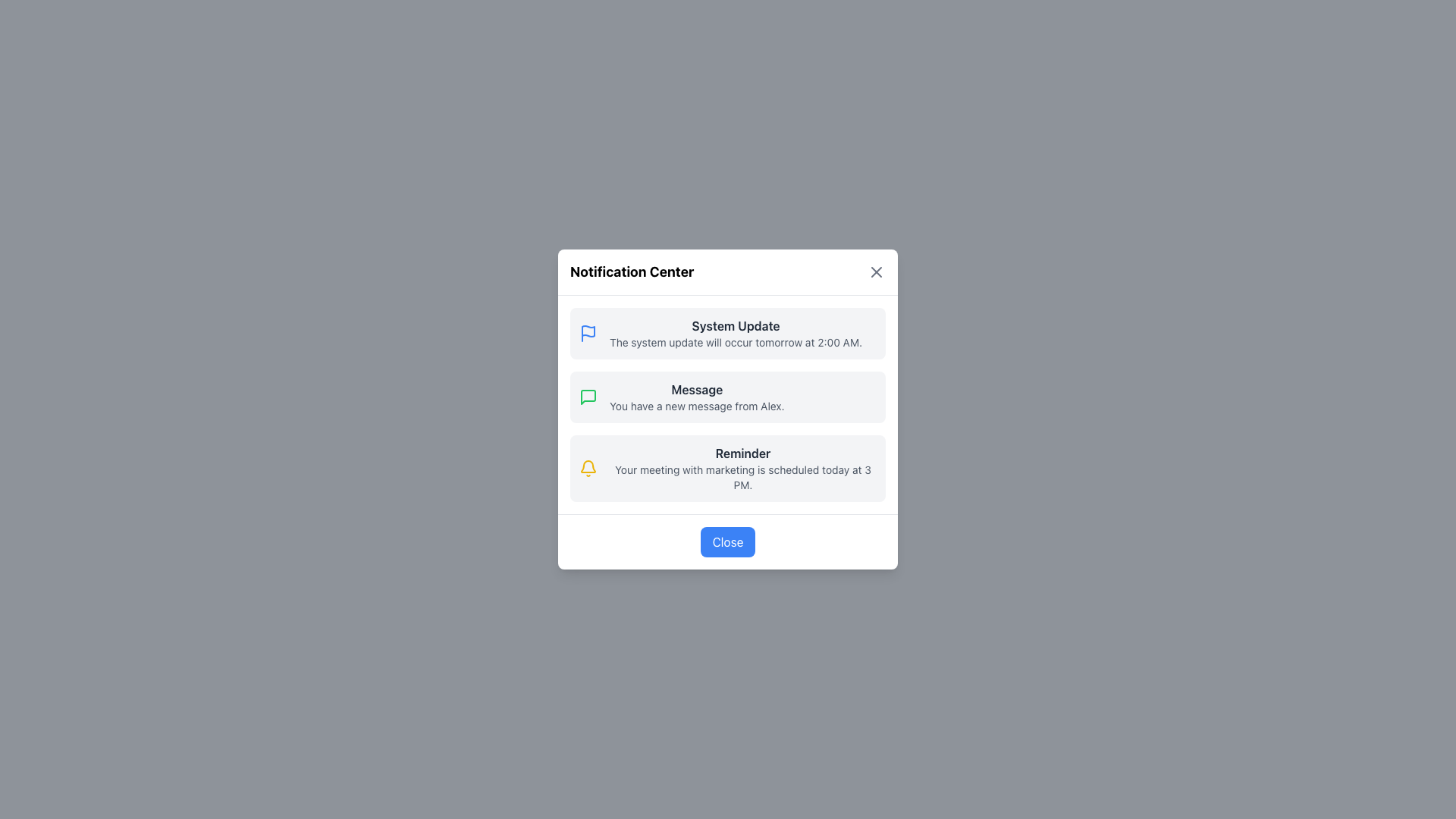 This screenshot has width=1456, height=819. What do you see at coordinates (728, 403) in the screenshot?
I see `the vertically stacked list of notification items in the notification dialog box` at bounding box center [728, 403].